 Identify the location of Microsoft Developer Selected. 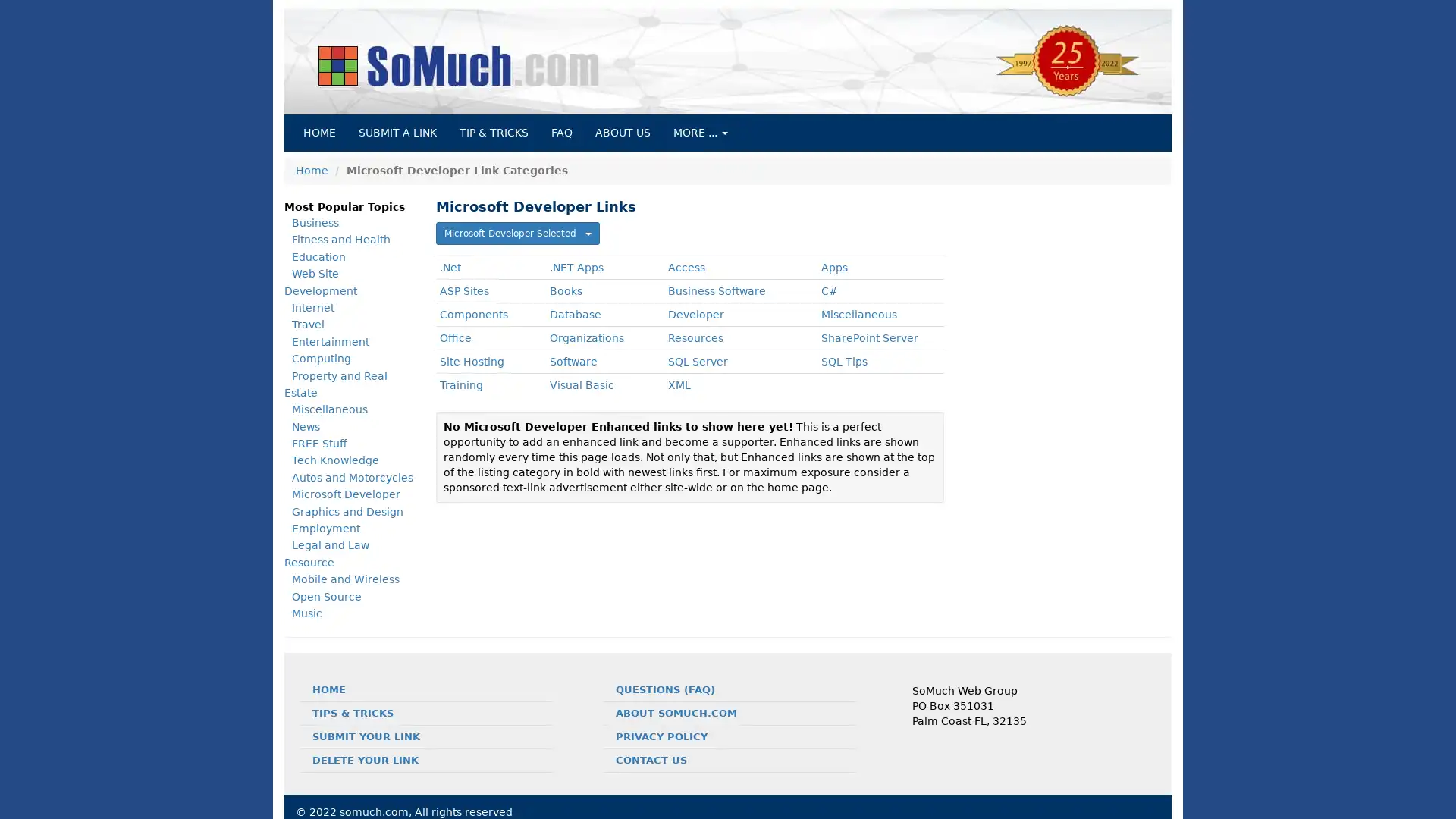
(517, 234).